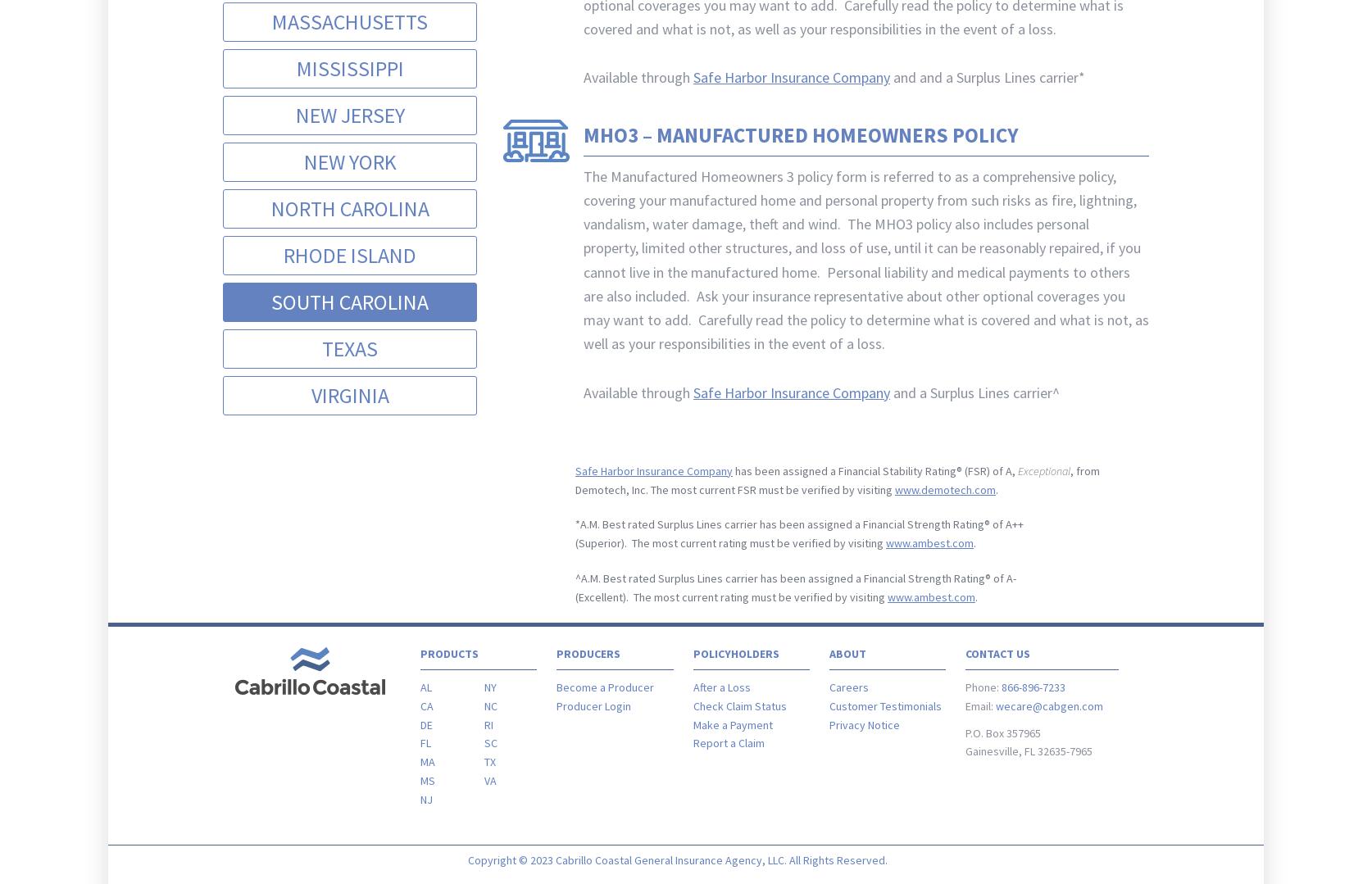  What do you see at coordinates (348, 66) in the screenshot?
I see `'Mississippi'` at bounding box center [348, 66].